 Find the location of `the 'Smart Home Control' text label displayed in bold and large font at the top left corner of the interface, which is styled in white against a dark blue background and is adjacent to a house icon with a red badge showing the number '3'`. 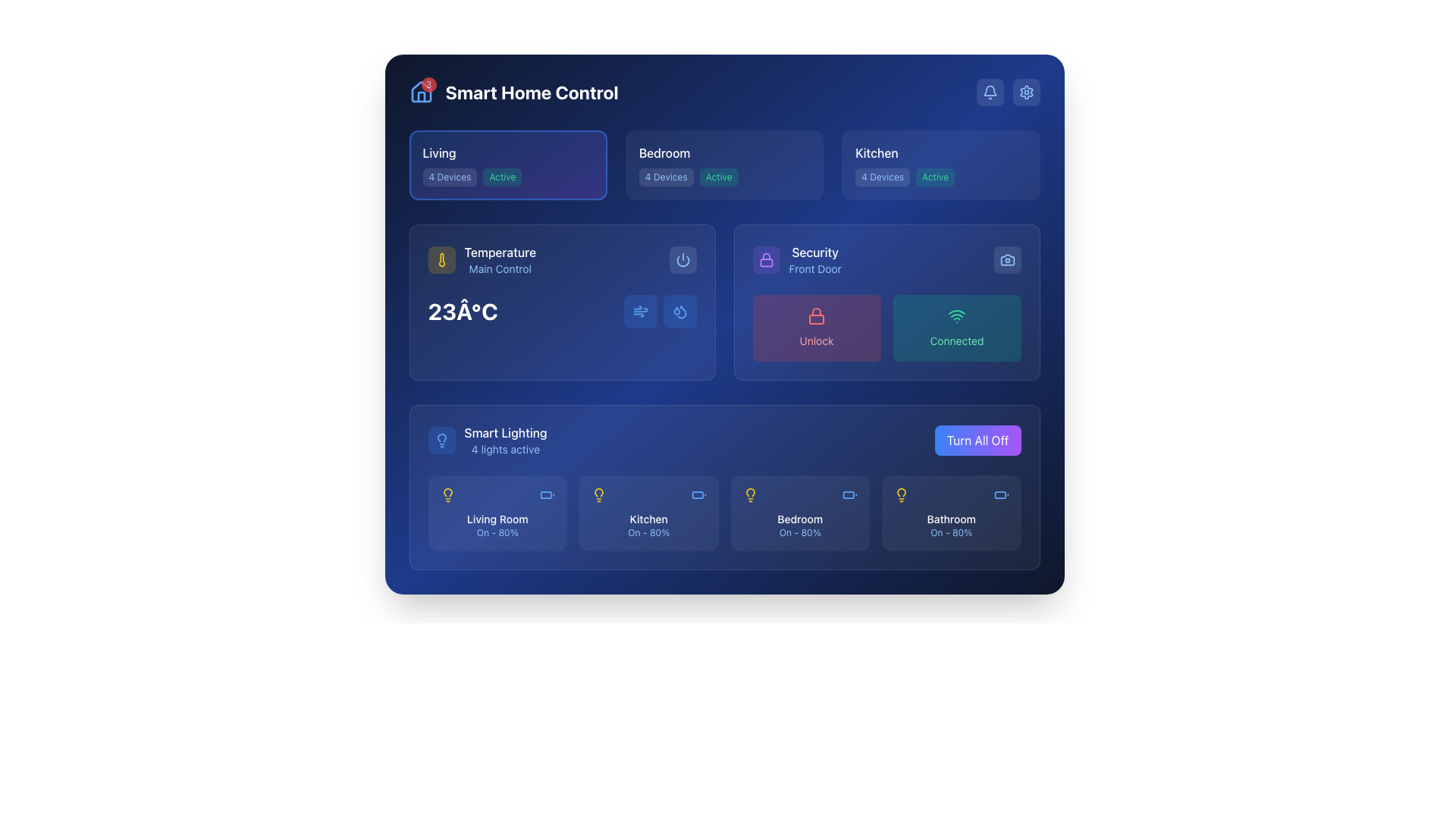

the 'Smart Home Control' text label displayed in bold and large font at the top left corner of the interface, which is styled in white against a dark blue background and is adjacent to a house icon with a red badge showing the number '3' is located at coordinates (513, 93).